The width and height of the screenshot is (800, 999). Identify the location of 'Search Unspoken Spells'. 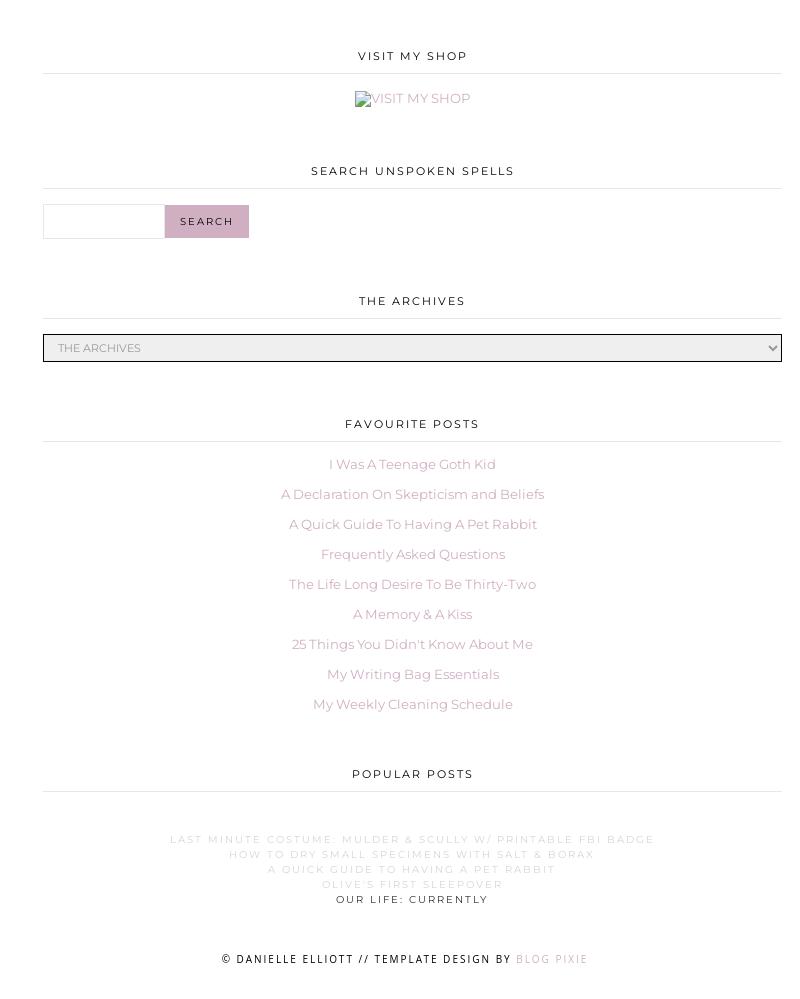
(309, 170).